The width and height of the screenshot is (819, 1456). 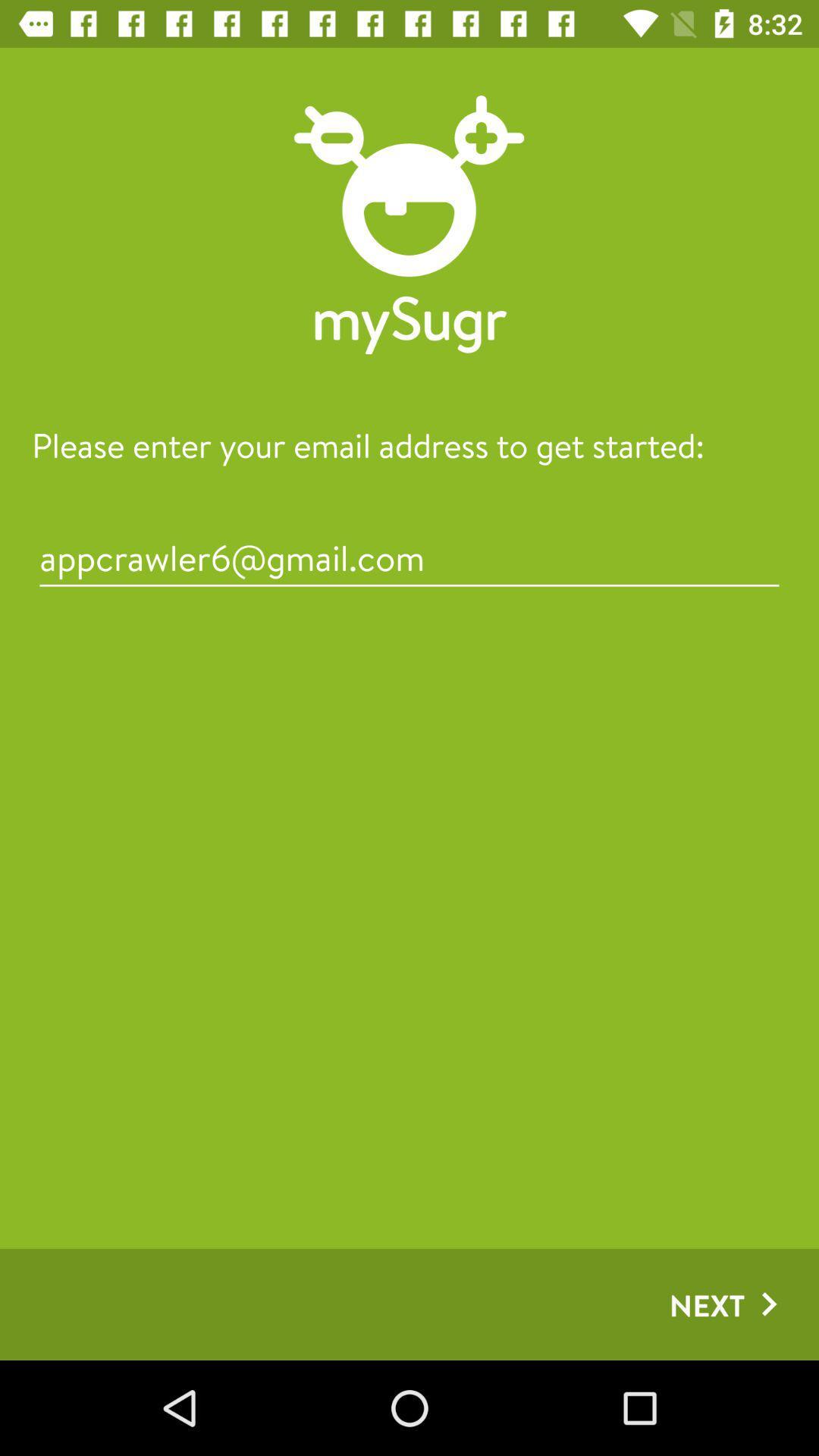 What do you see at coordinates (409, 557) in the screenshot?
I see `appcrawler6@gmail.com` at bounding box center [409, 557].